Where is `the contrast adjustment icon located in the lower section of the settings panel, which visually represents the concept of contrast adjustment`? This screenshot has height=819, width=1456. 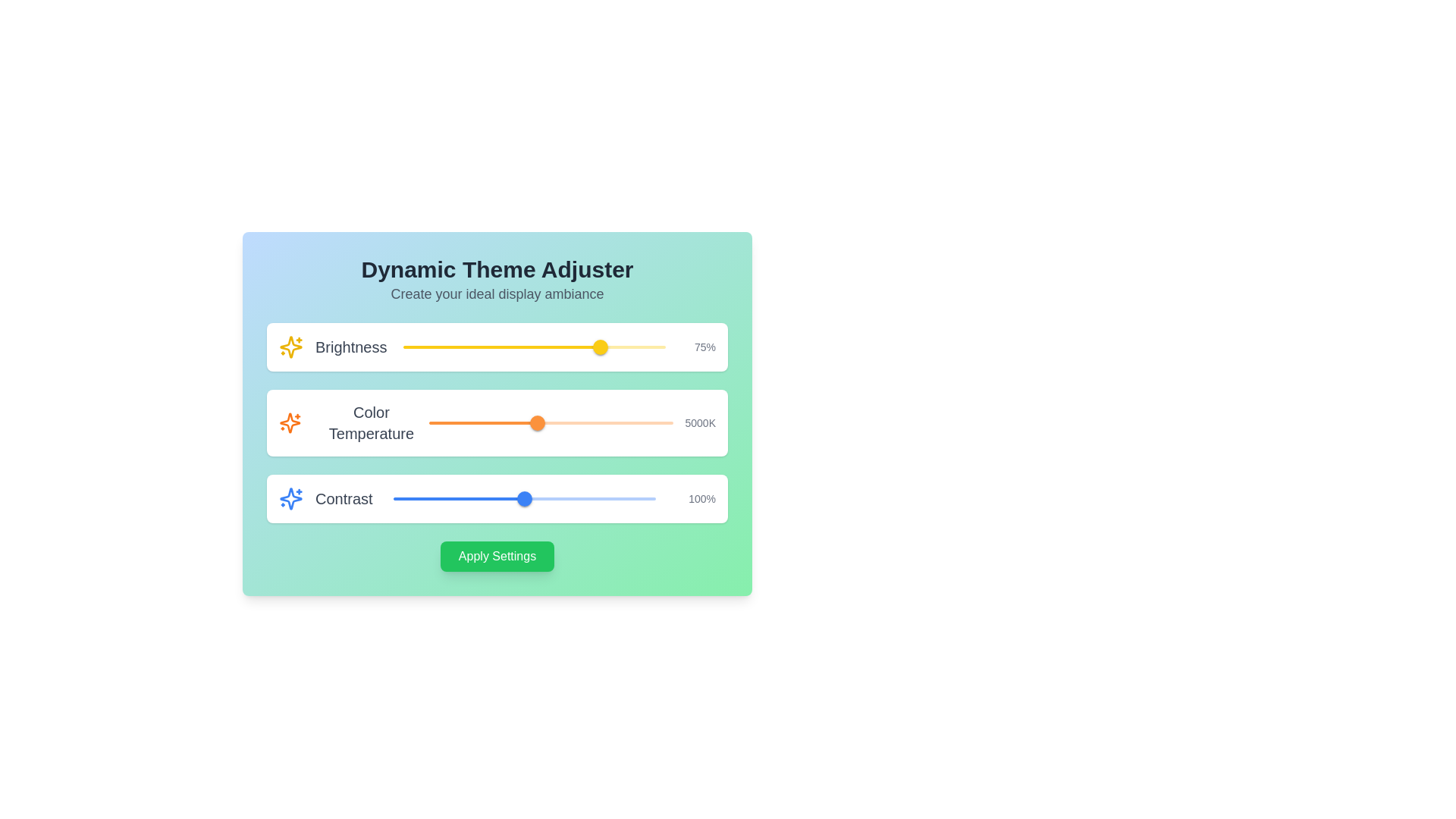
the contrast adjustment icon located in the lower section of the settings panel, which visually represents the concept of contrast adjustment is located at coordinates (291, 499).